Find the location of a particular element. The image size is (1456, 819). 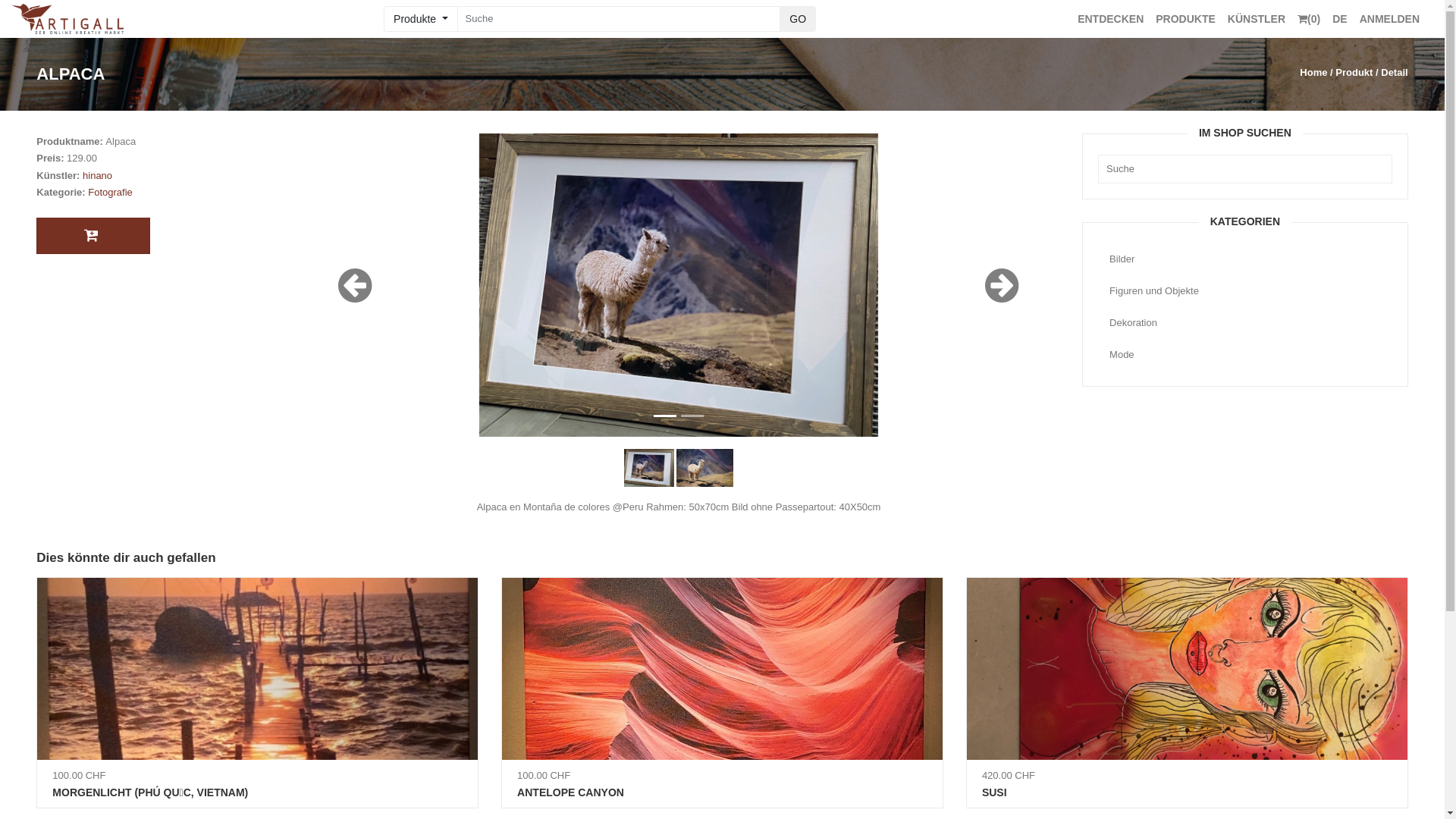

'ANMELDEN' is located at coordinates (1389, 18).